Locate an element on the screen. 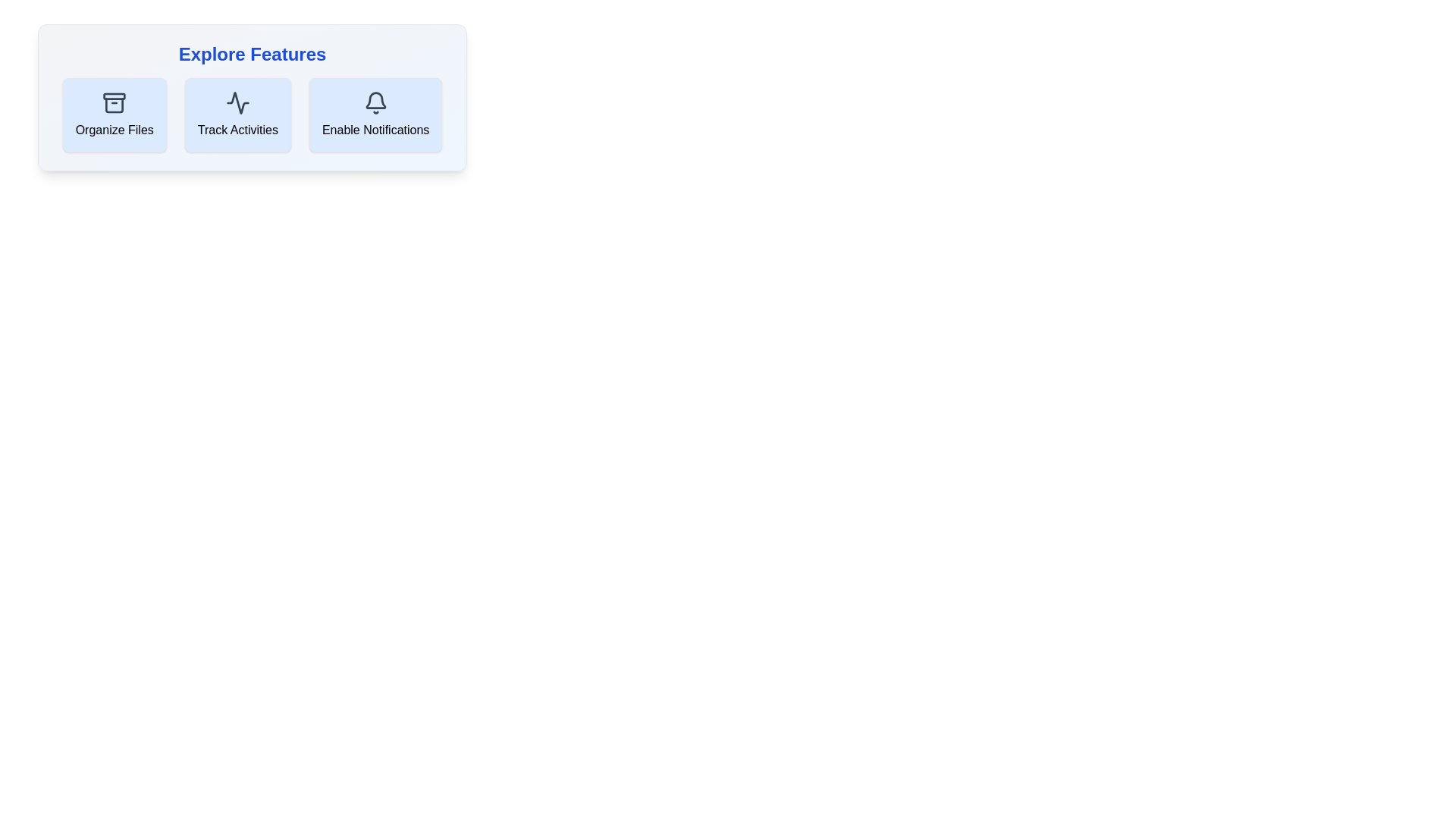  the text label 'Enable Notifications' that is styled in medium-weight font and located below the bell icon in the third group of features is located at coordinates (375, 130).